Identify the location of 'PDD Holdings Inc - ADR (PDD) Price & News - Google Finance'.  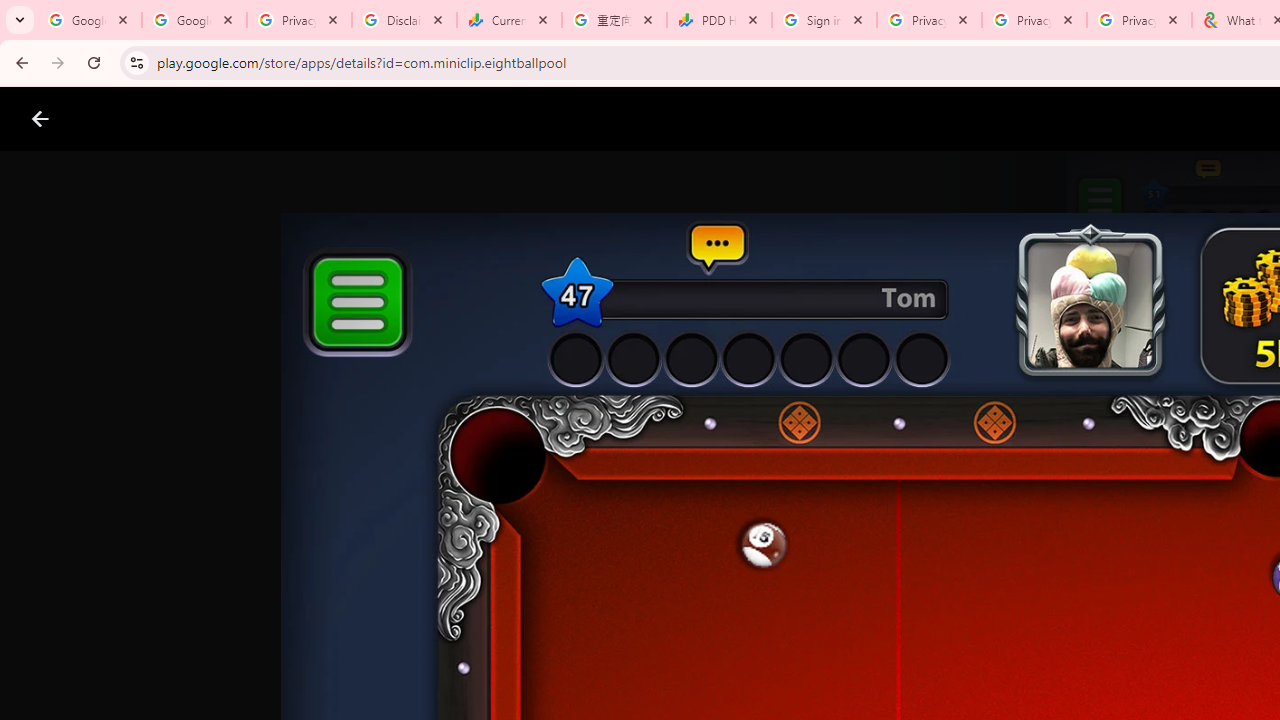
(719, 20).